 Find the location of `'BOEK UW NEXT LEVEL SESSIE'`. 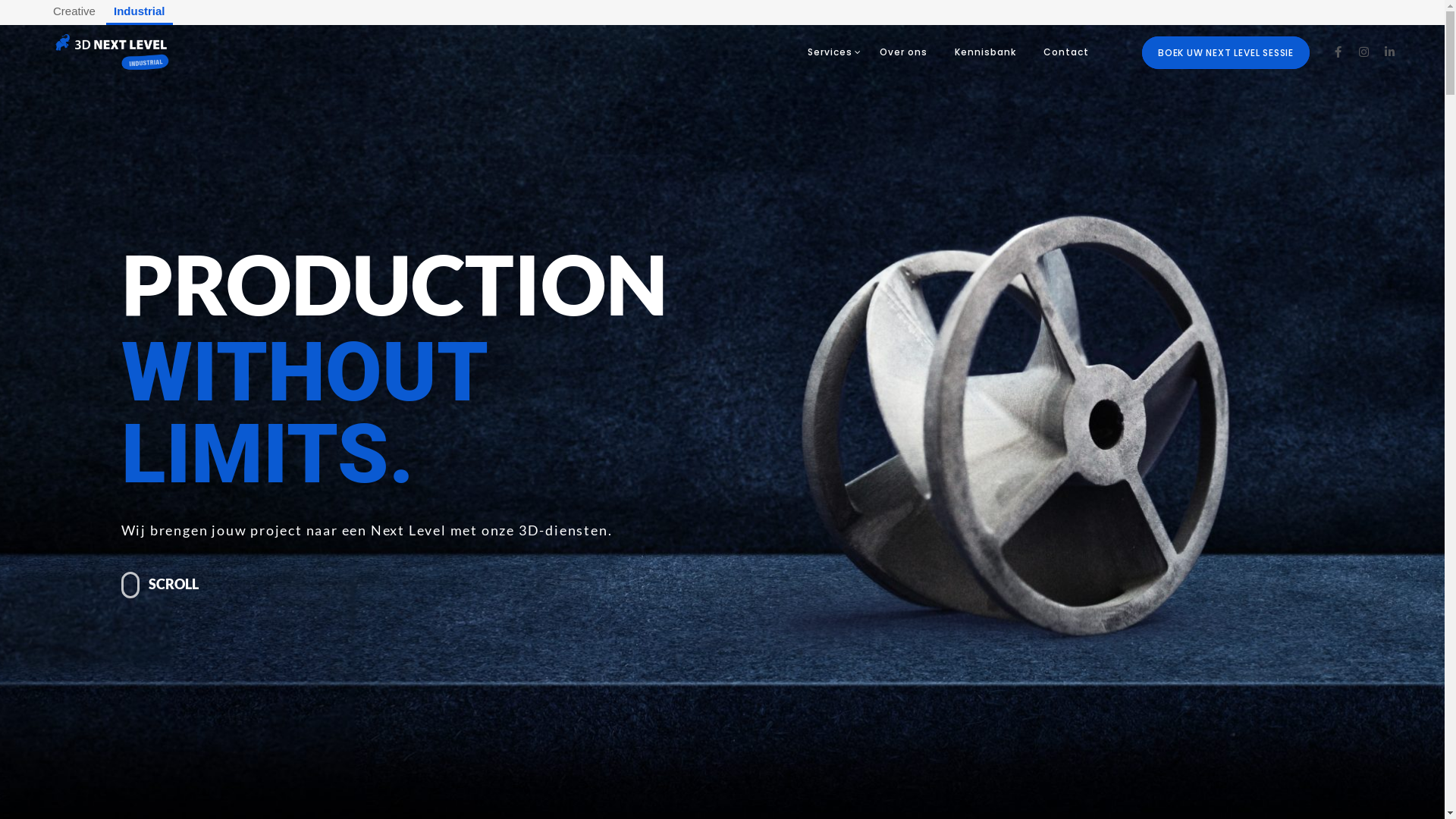

'BOEK UW NEXT LEVEL SESSIE' is located at coordinates (1225, 52).